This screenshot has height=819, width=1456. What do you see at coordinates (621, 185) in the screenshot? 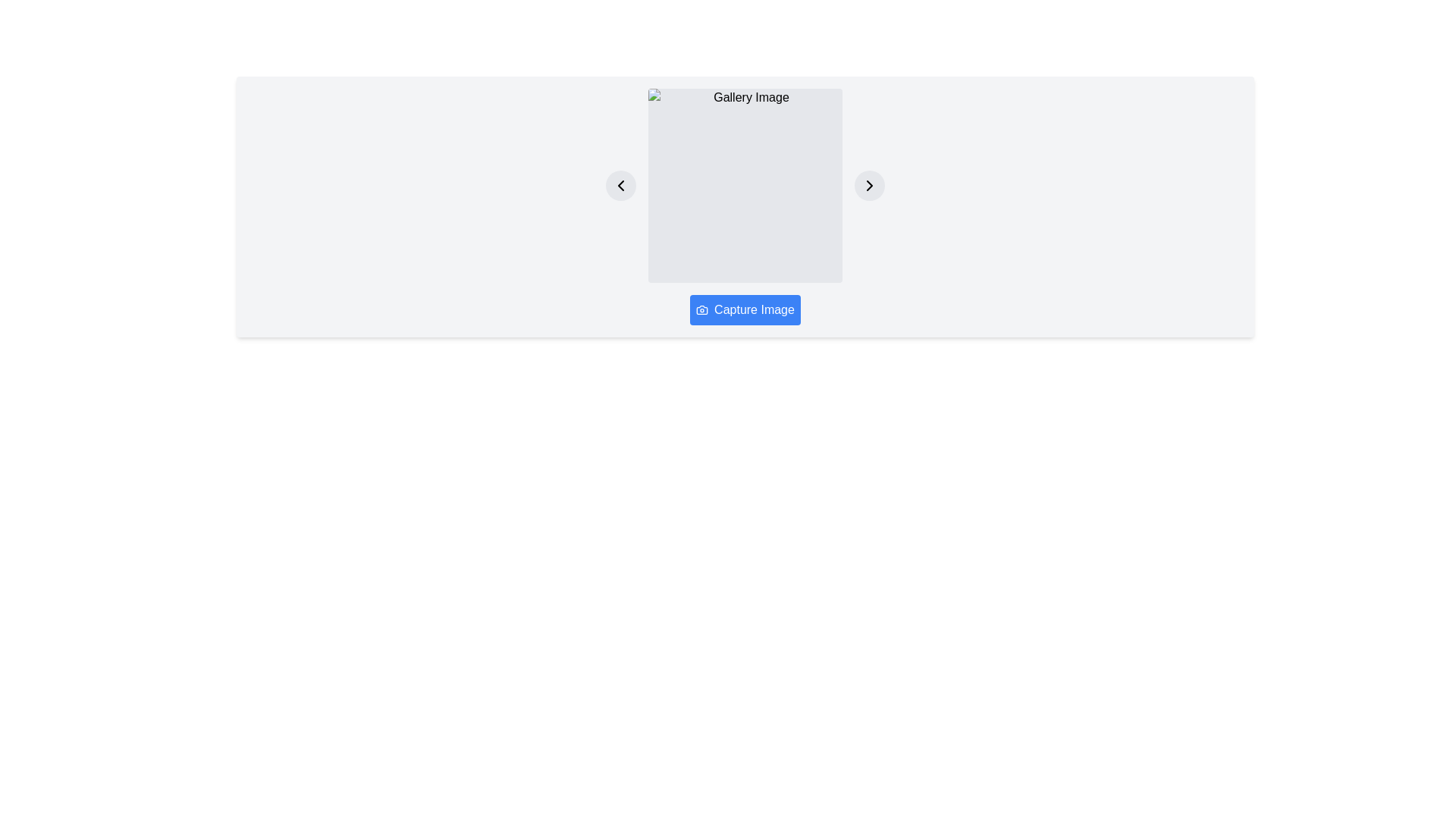
I see `the left navigation button` at bounding box center [621, 185].